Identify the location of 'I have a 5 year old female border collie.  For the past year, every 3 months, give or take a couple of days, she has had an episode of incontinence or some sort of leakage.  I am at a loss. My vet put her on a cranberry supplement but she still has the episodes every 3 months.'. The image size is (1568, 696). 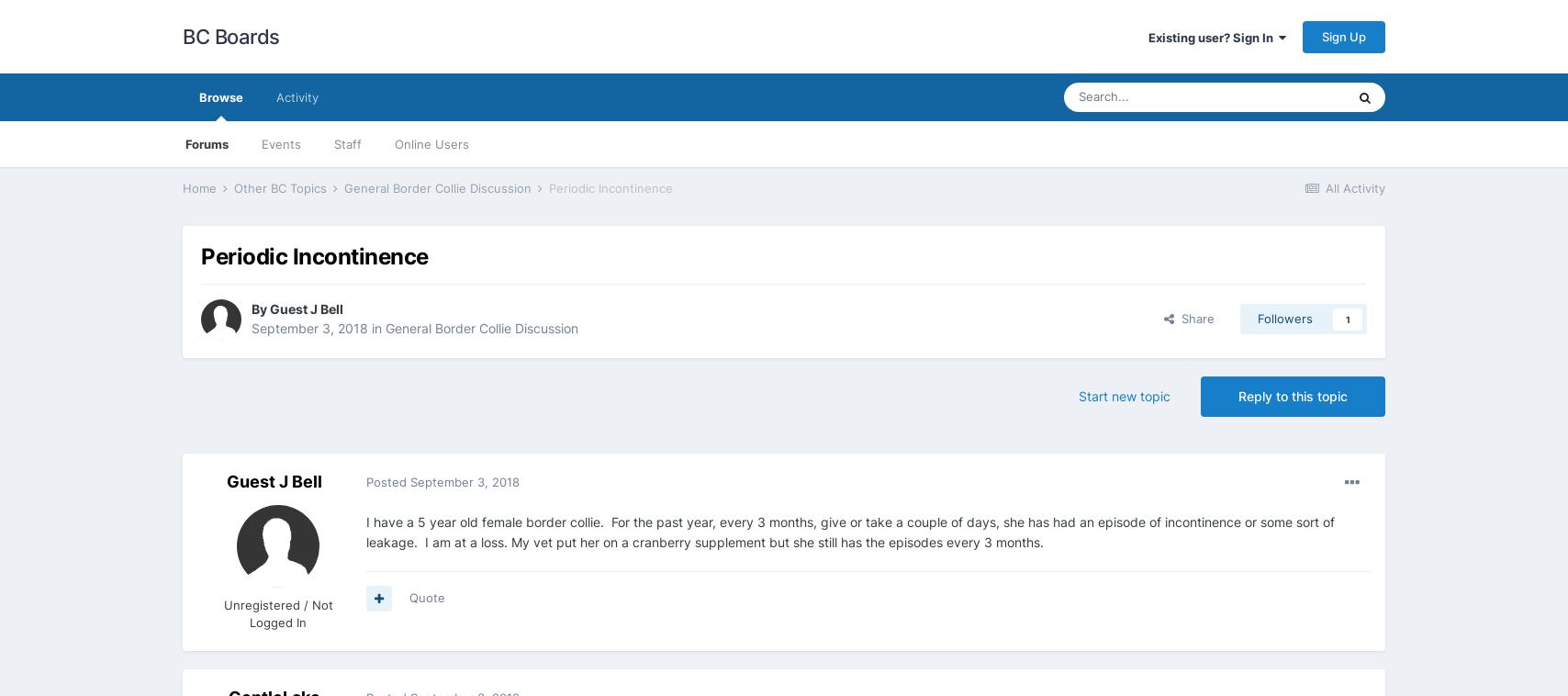
(850, 532).